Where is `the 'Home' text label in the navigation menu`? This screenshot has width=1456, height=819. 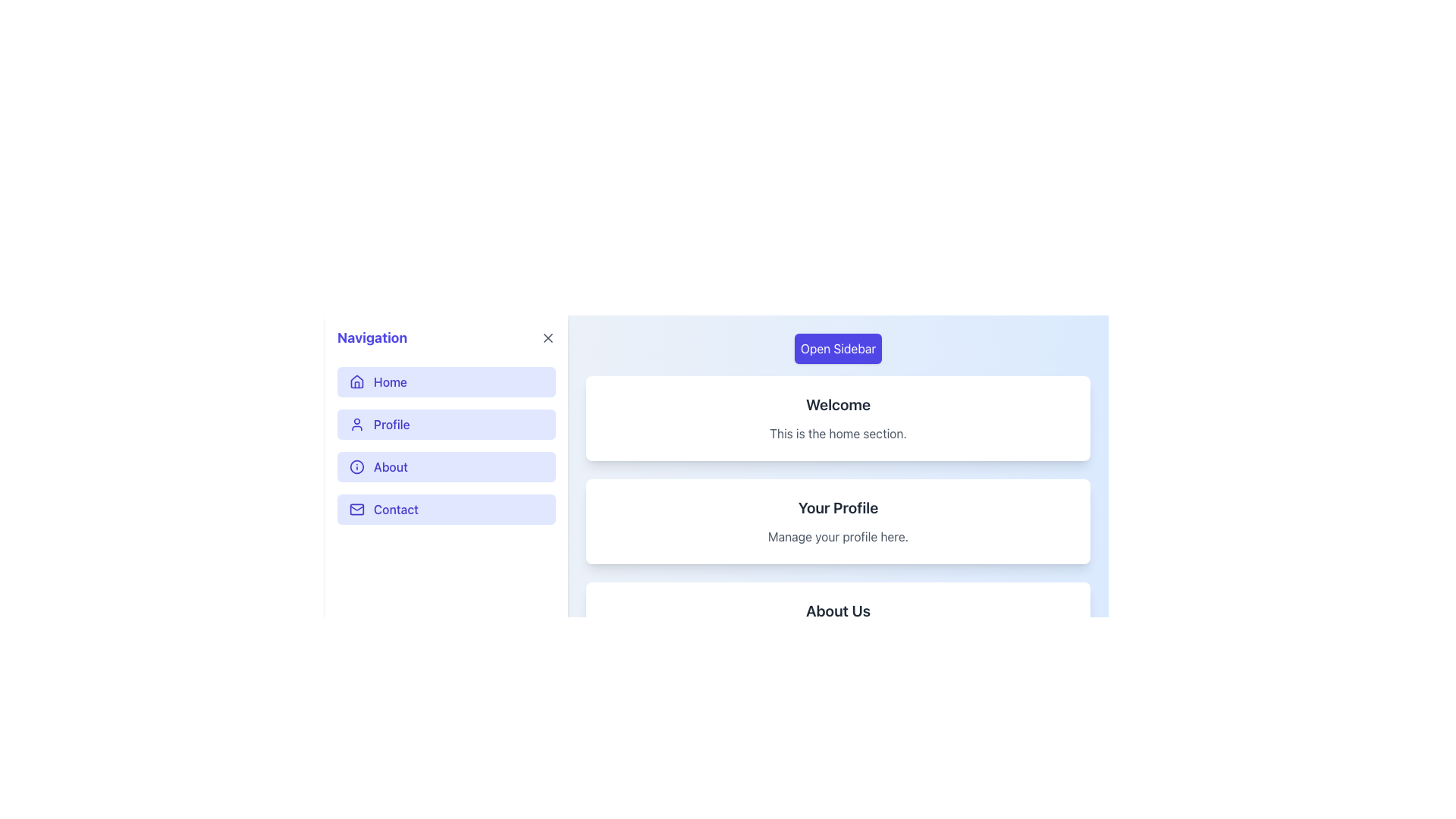 the 'Home' text label in the navigation menu is located at coordinates (390, 381).